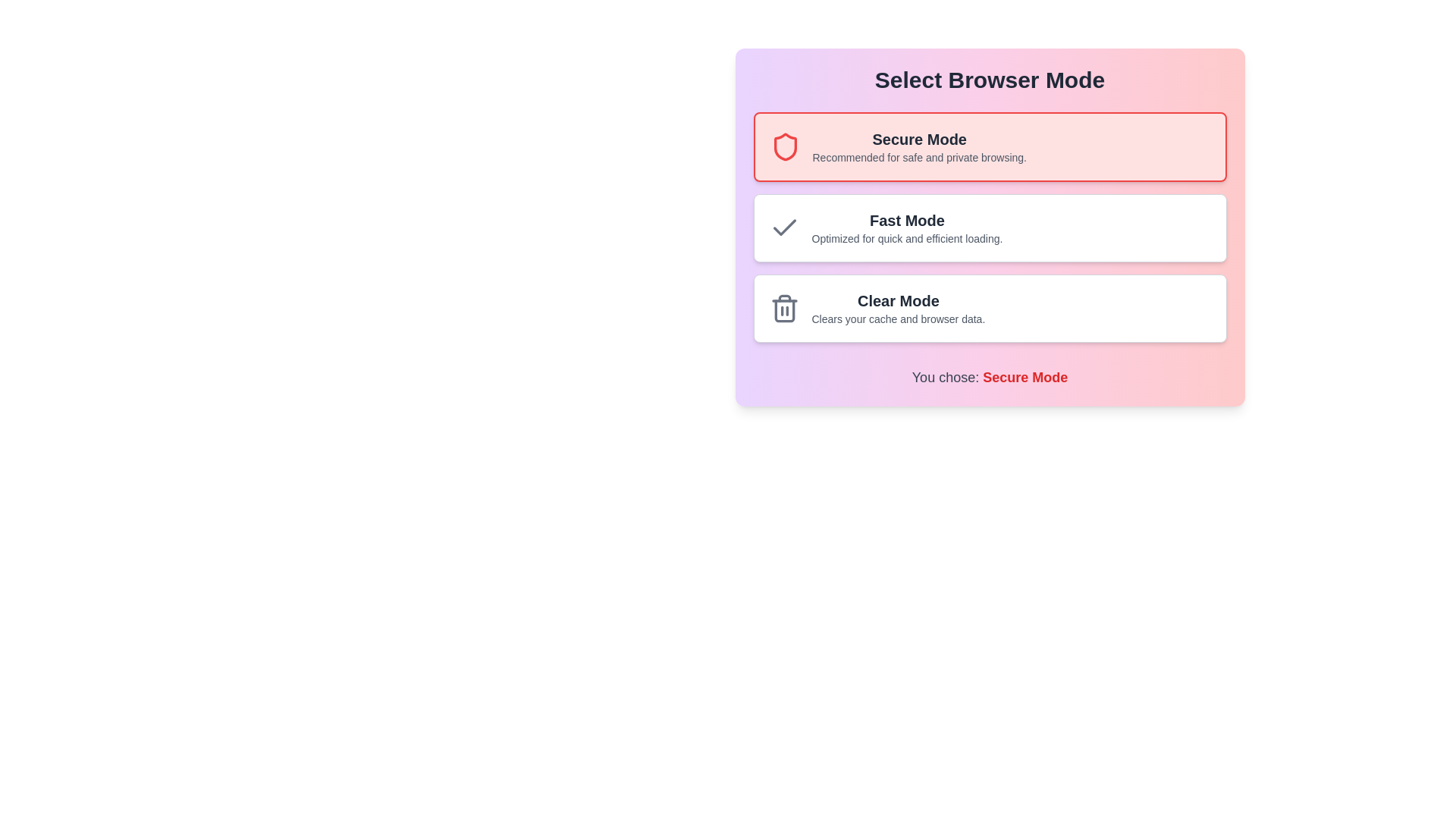 The image size is (1456, 819). I want to click on the 'Secure Mode' icon located to the left of the text description to observe the tooltip if present, so click(785, 146).